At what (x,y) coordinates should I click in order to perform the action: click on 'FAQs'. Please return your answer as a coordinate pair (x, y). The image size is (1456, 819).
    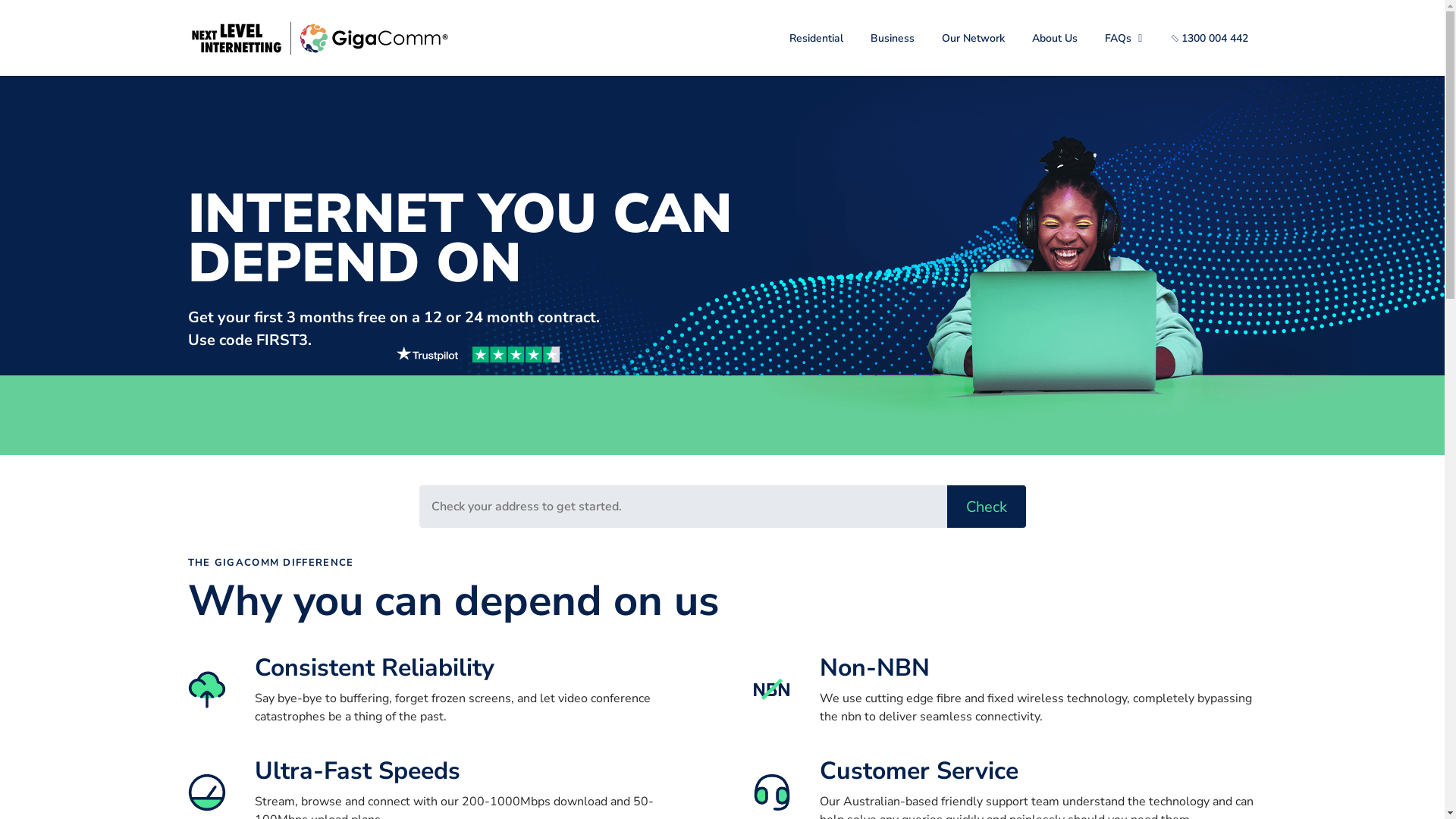
    Looking at the image, I should click on (1095, 36).